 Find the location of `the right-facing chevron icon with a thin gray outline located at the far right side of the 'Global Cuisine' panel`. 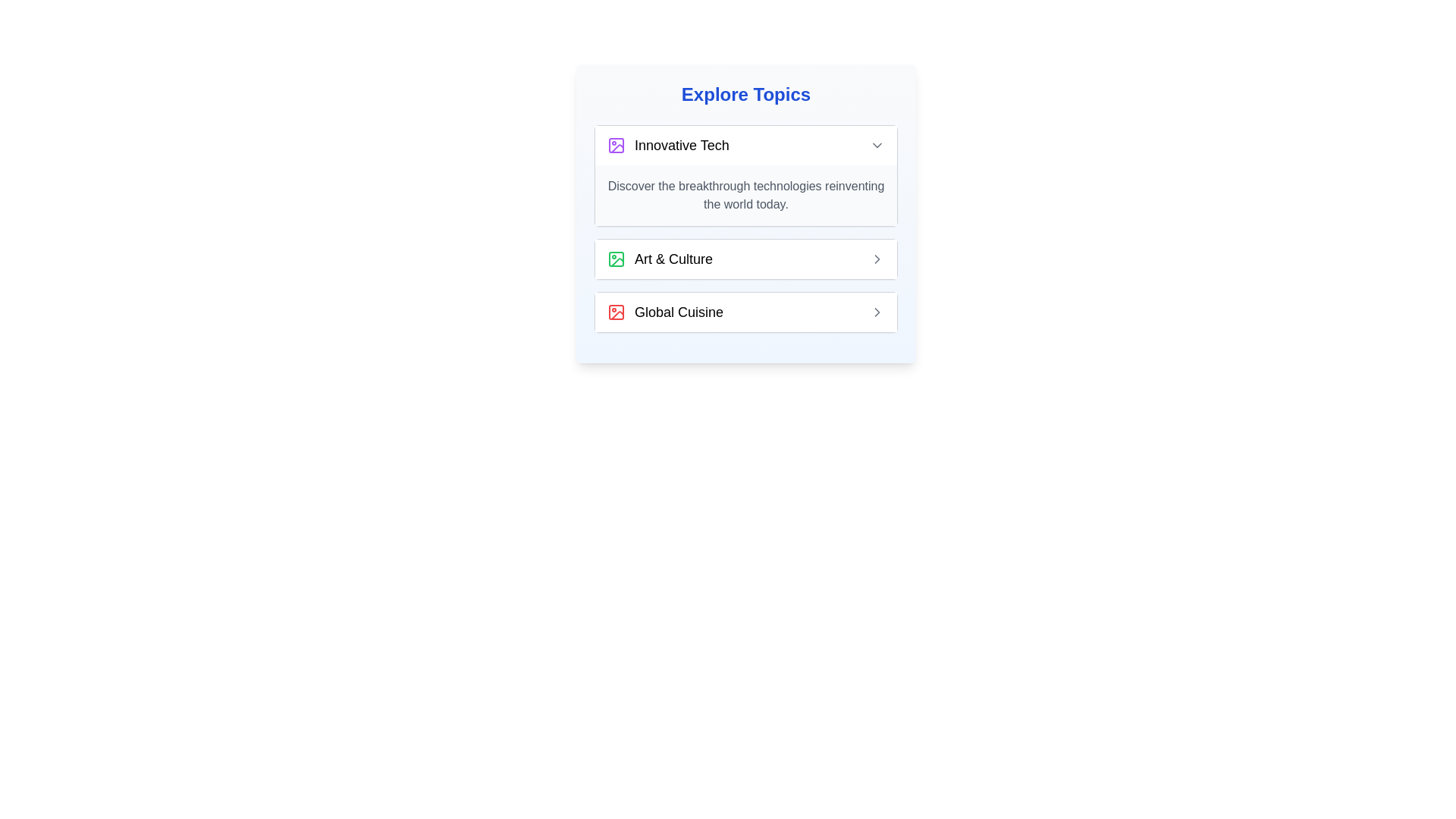

the right-facing chevron icon with a thin gray outline located at the far right side of the 'Global Cuisine' panel is located at coordinates (877, 312).